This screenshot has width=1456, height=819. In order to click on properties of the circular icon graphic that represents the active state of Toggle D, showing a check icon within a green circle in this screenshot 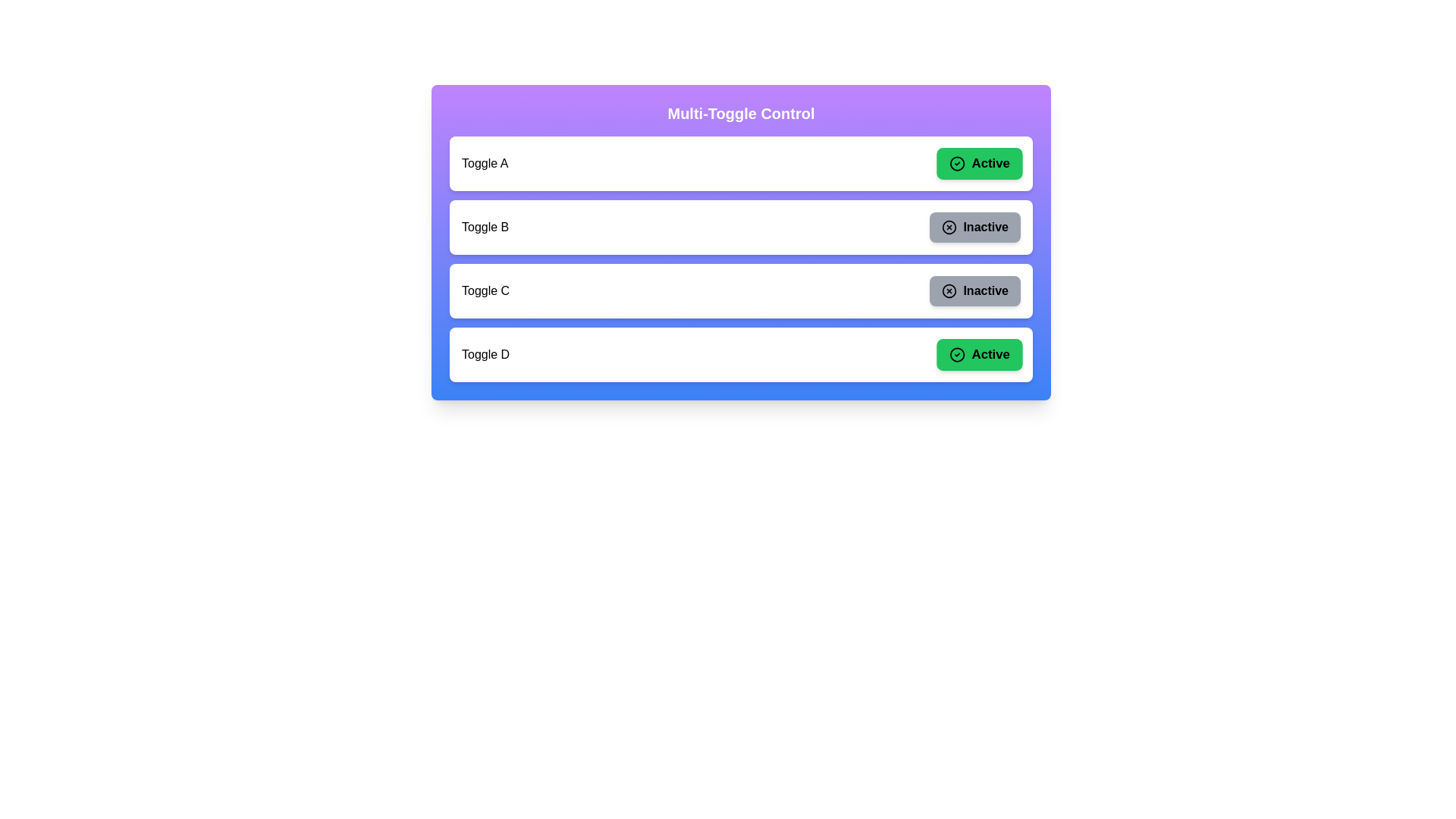, I will do `click(956, 354)`.